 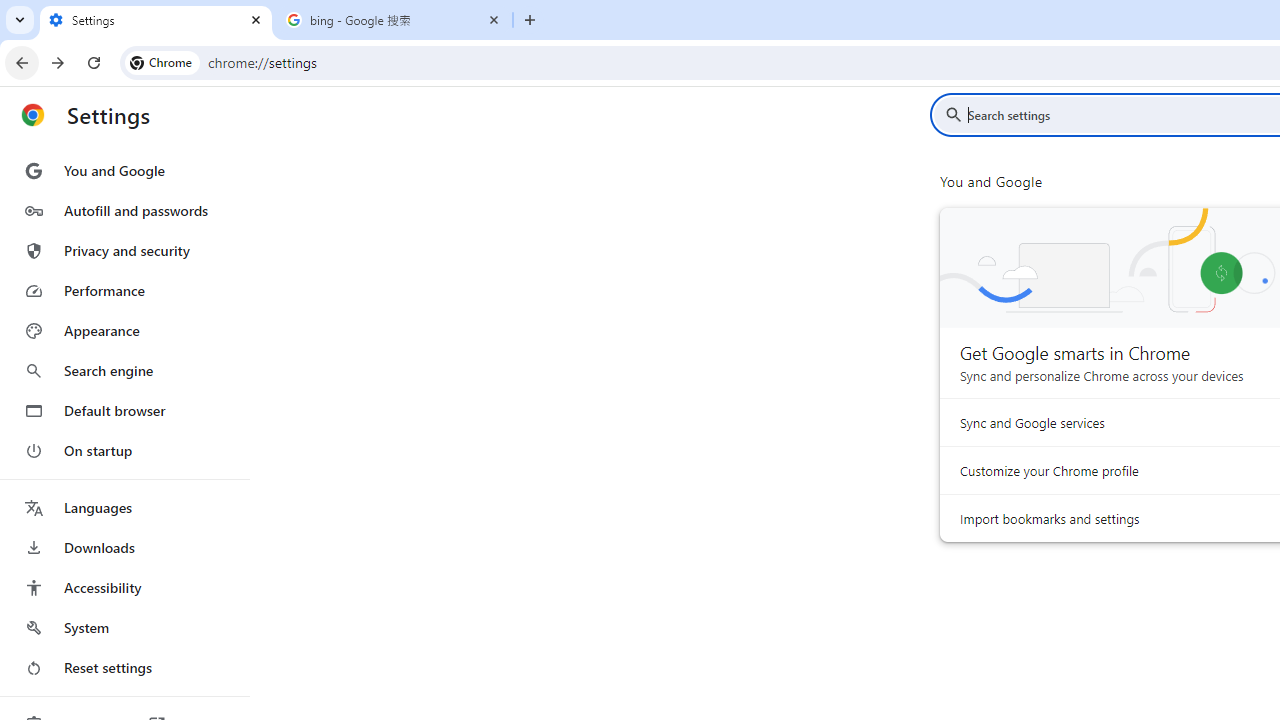 I want to click on 'Downloads', so click(x=123, y=547).